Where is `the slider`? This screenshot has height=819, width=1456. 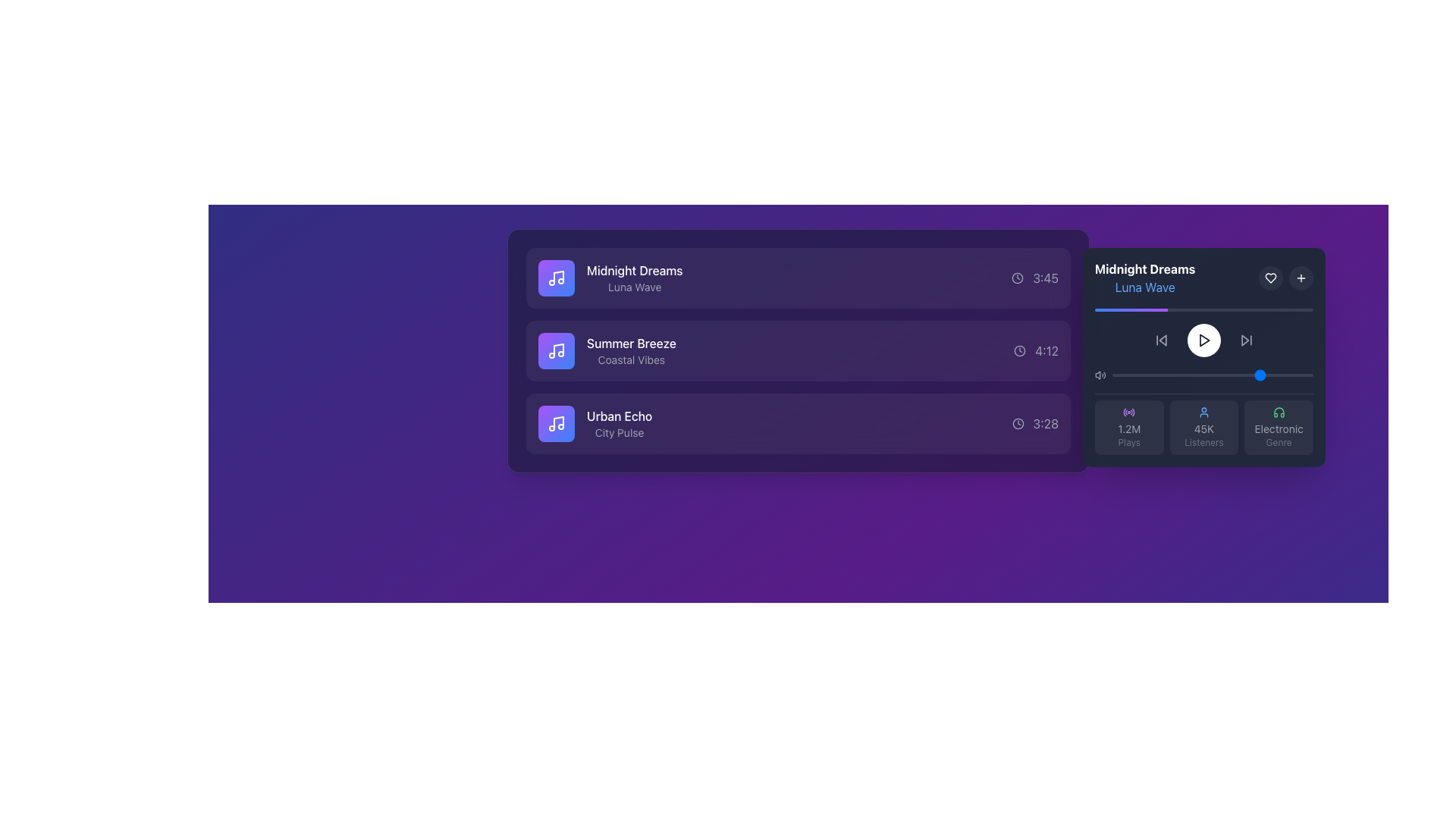 the slider is located at coordinates (1265, 375).